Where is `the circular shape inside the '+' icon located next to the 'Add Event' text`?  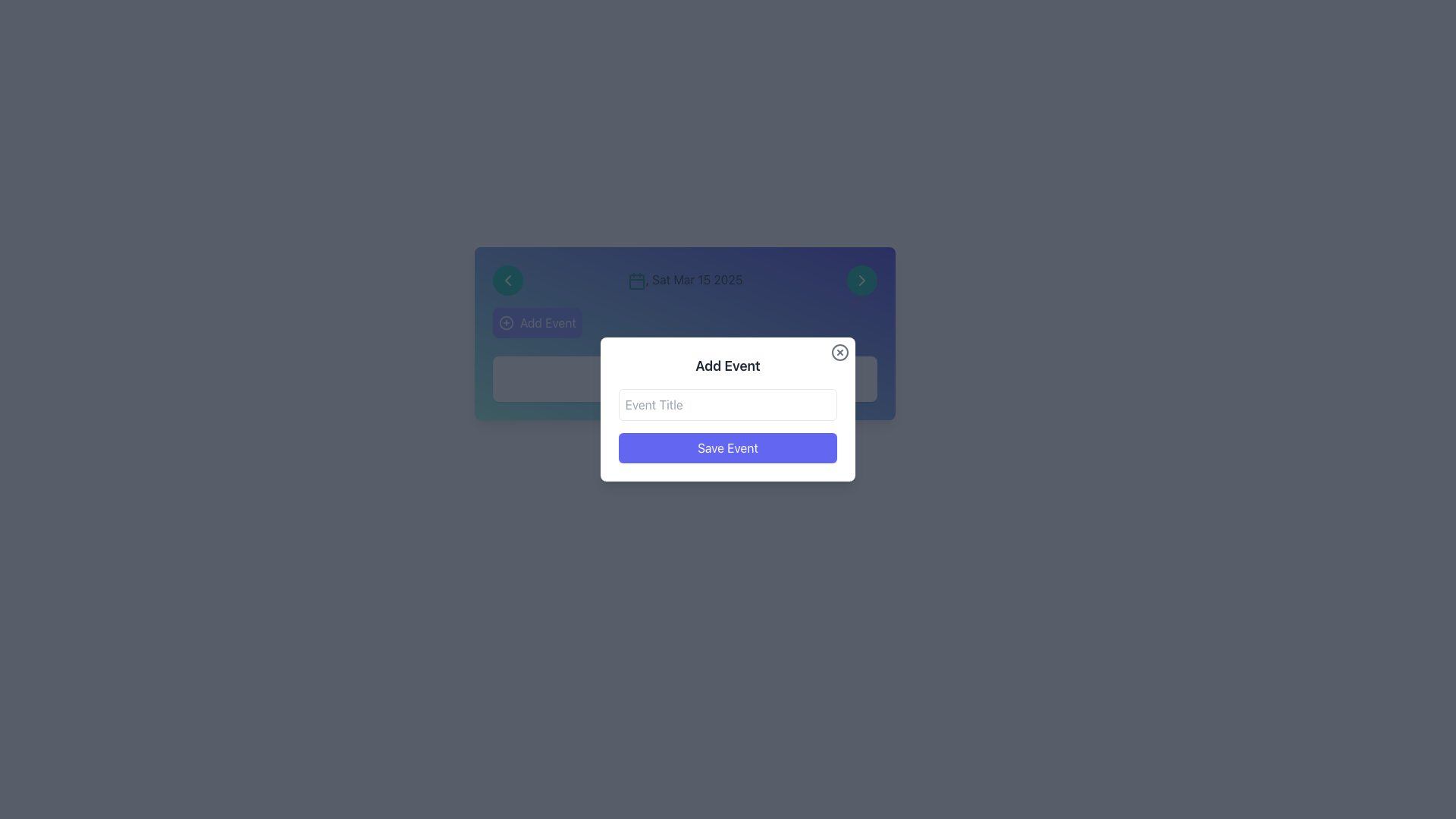
the circular shape inside the '+' icon located next to the 'Add Event' text is located at coordinates (506, 322).